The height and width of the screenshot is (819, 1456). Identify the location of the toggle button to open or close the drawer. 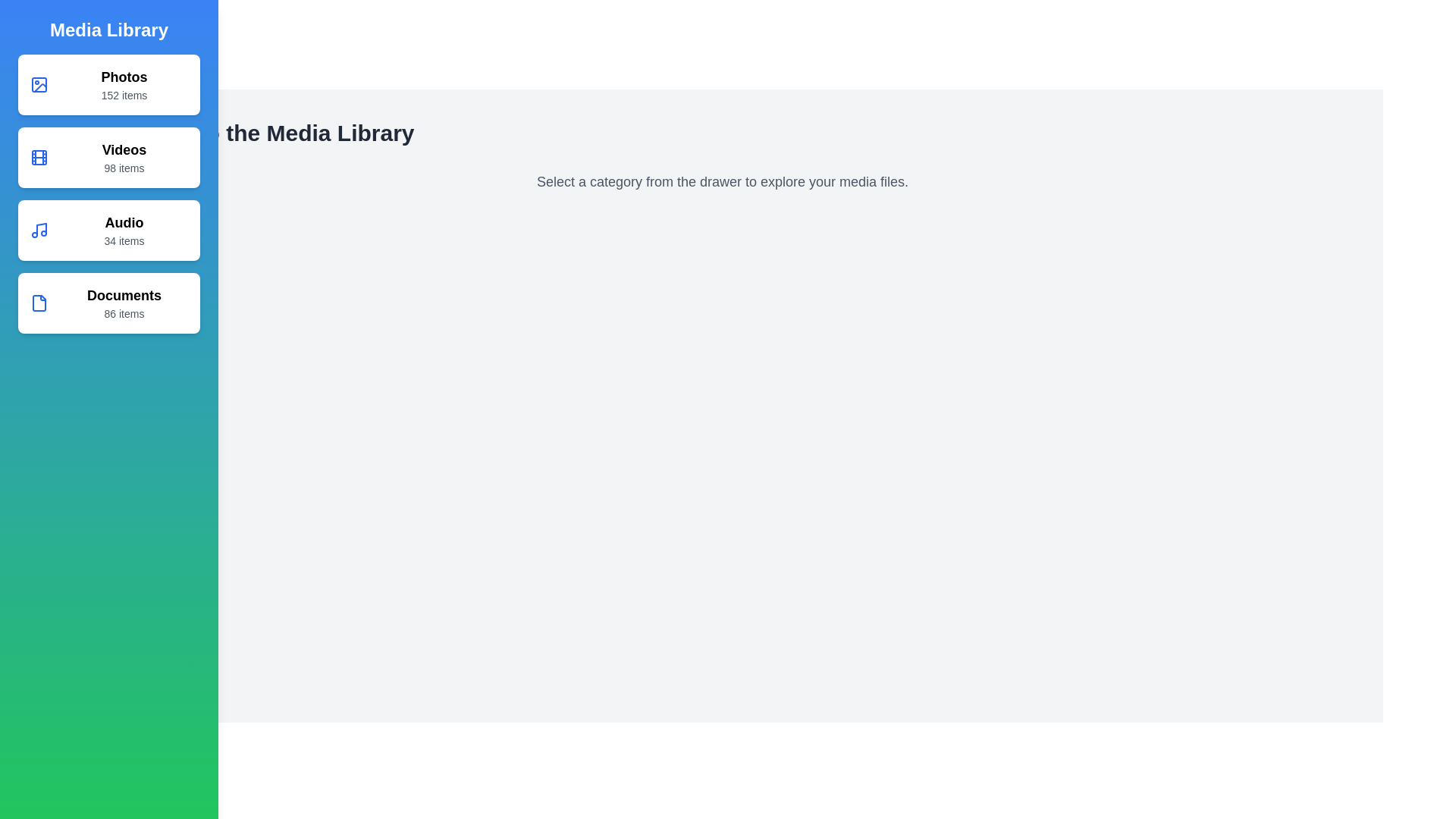
(30, 30).